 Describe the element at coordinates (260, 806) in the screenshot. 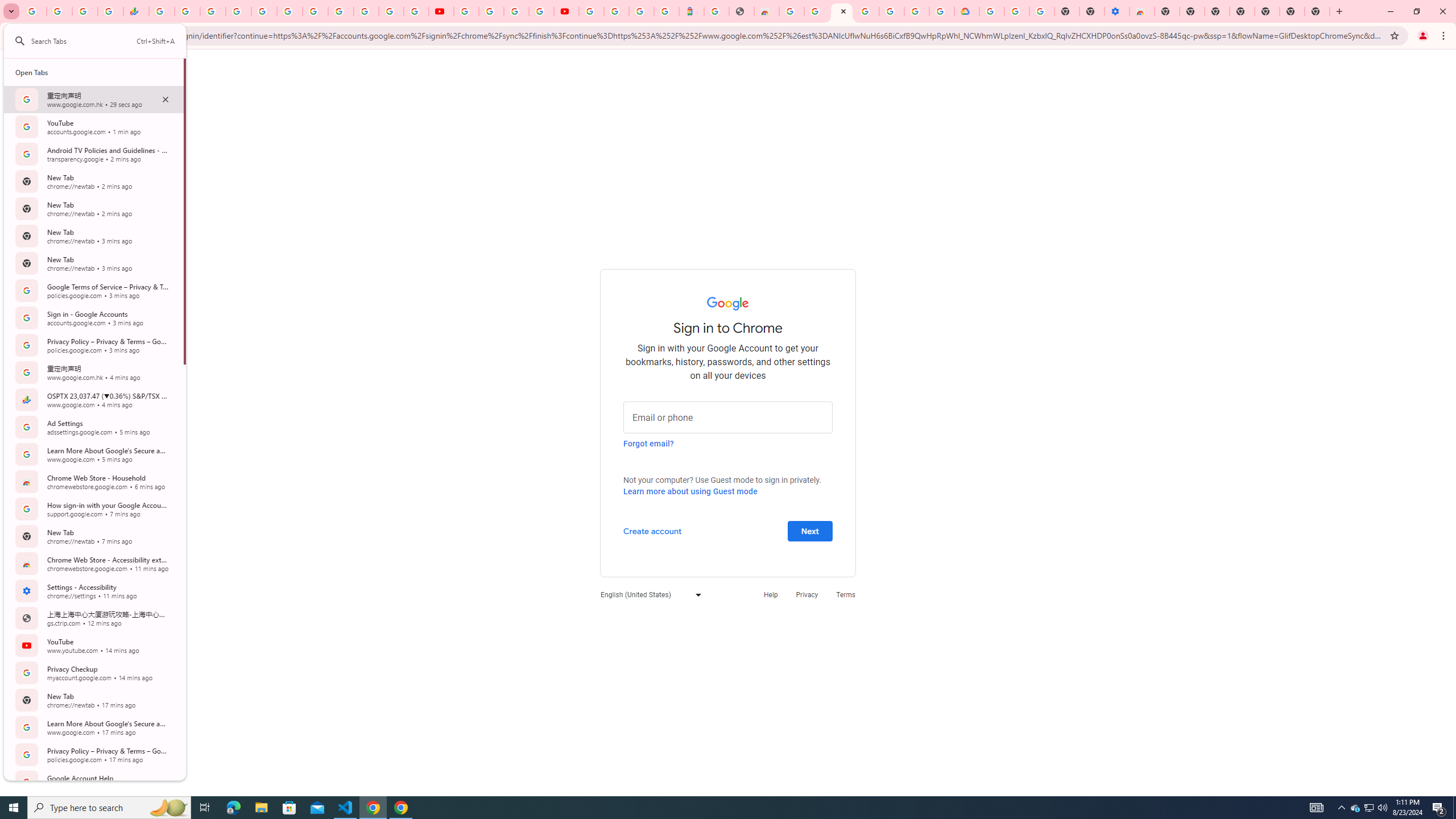

I see `'File Explorer'` at that location.